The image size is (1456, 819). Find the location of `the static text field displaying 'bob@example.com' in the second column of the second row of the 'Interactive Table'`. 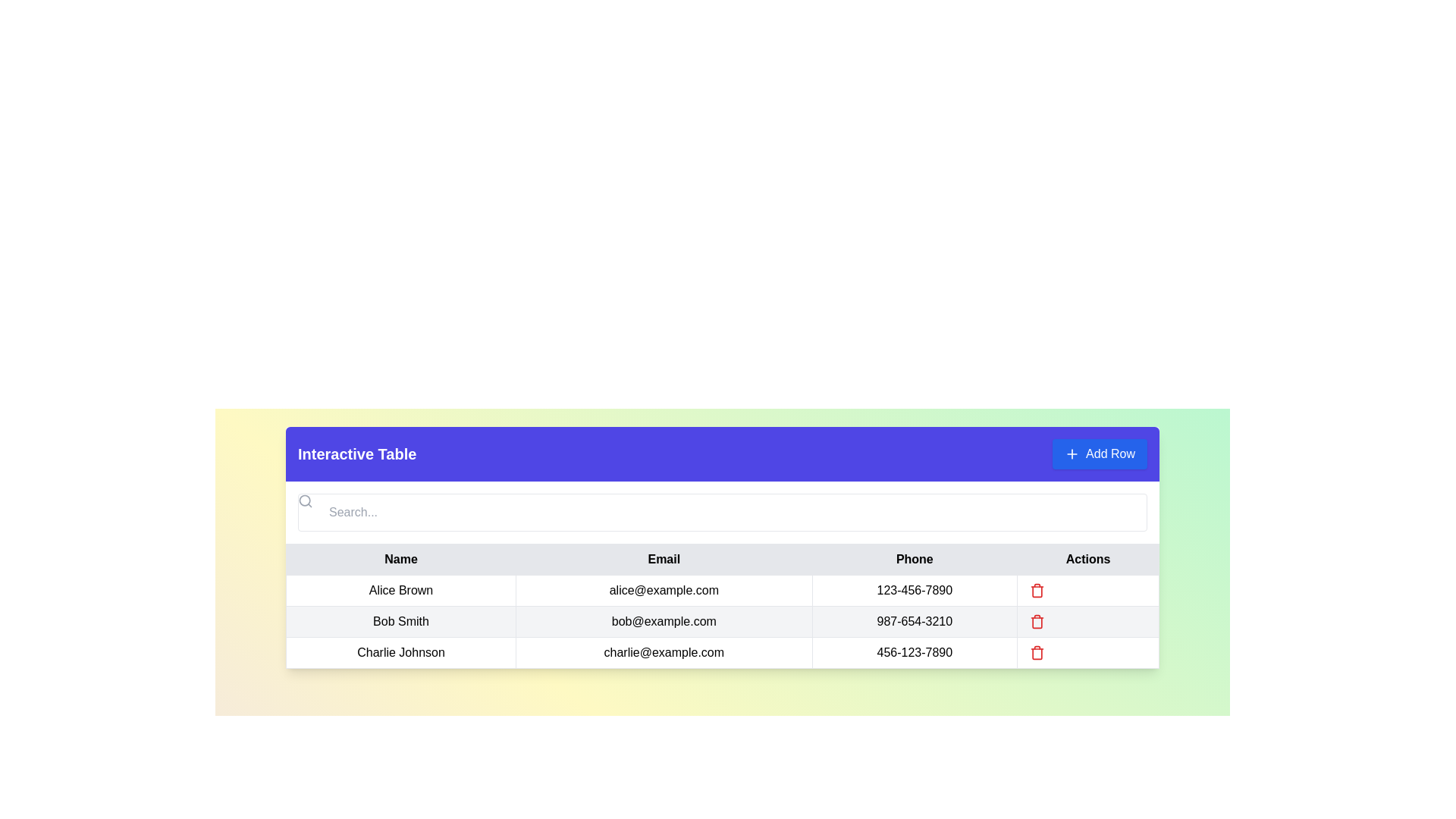

the static text field displaying 'bob@example.com' in the second column of the second row of the 'Interactive Table' is located at coordinates (664, 622).